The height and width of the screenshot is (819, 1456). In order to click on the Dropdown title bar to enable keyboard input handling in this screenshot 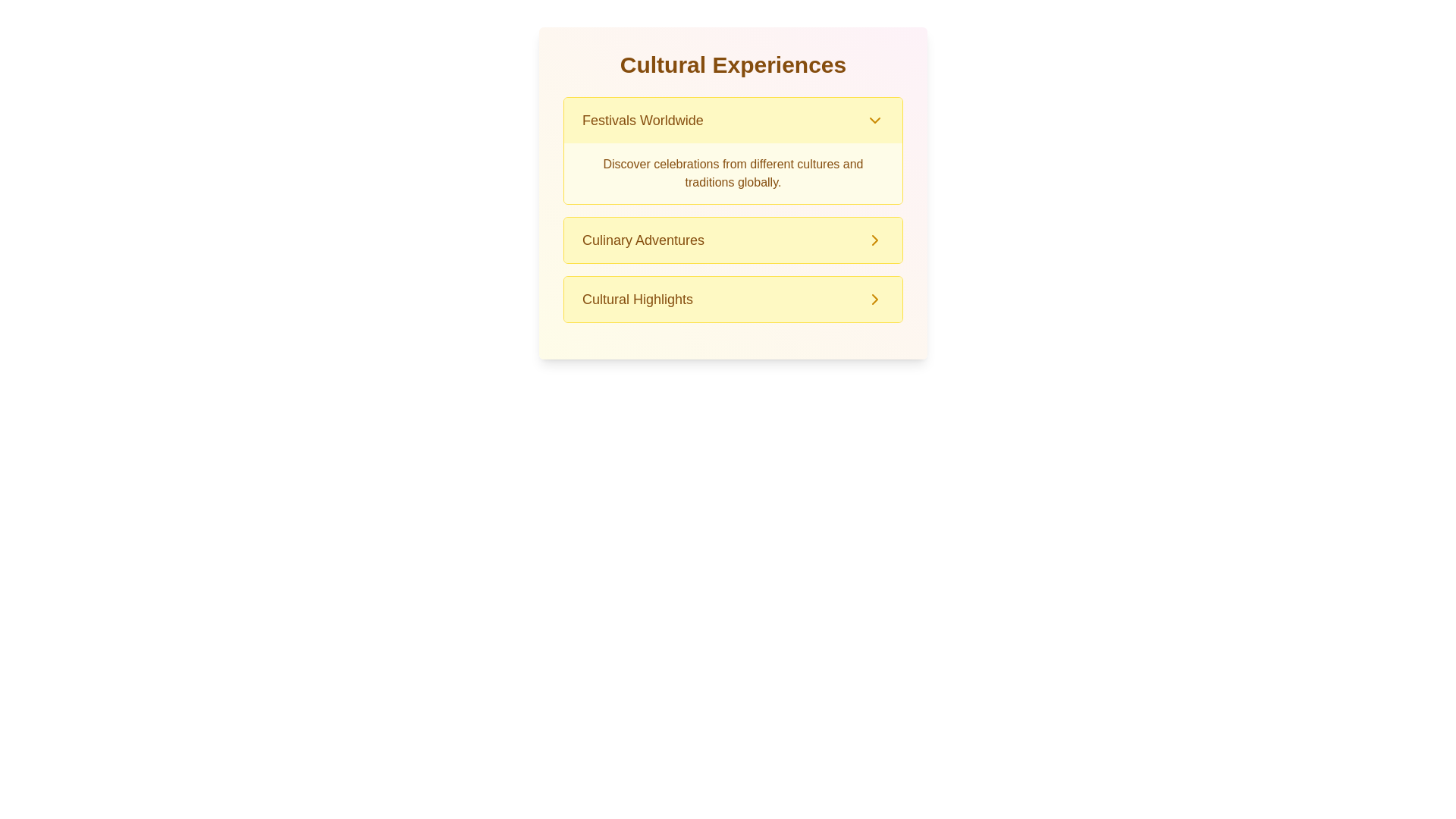, I will do `click(733, 119)`.